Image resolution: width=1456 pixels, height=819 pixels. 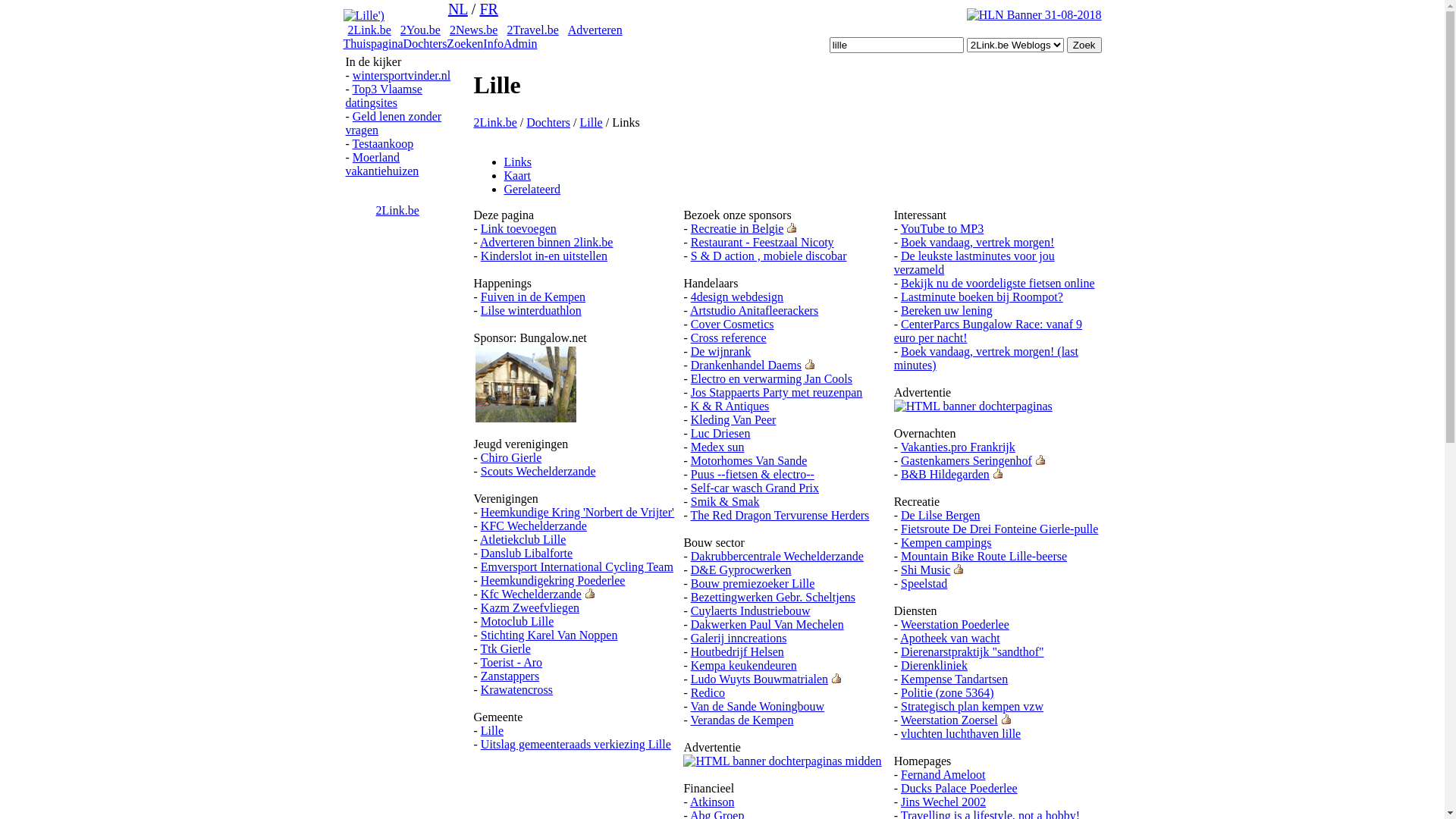 What do you see at coordinates (736, 297) in the screenshot?
I see `'4design webdesign'` at bounding box center [736, 297].